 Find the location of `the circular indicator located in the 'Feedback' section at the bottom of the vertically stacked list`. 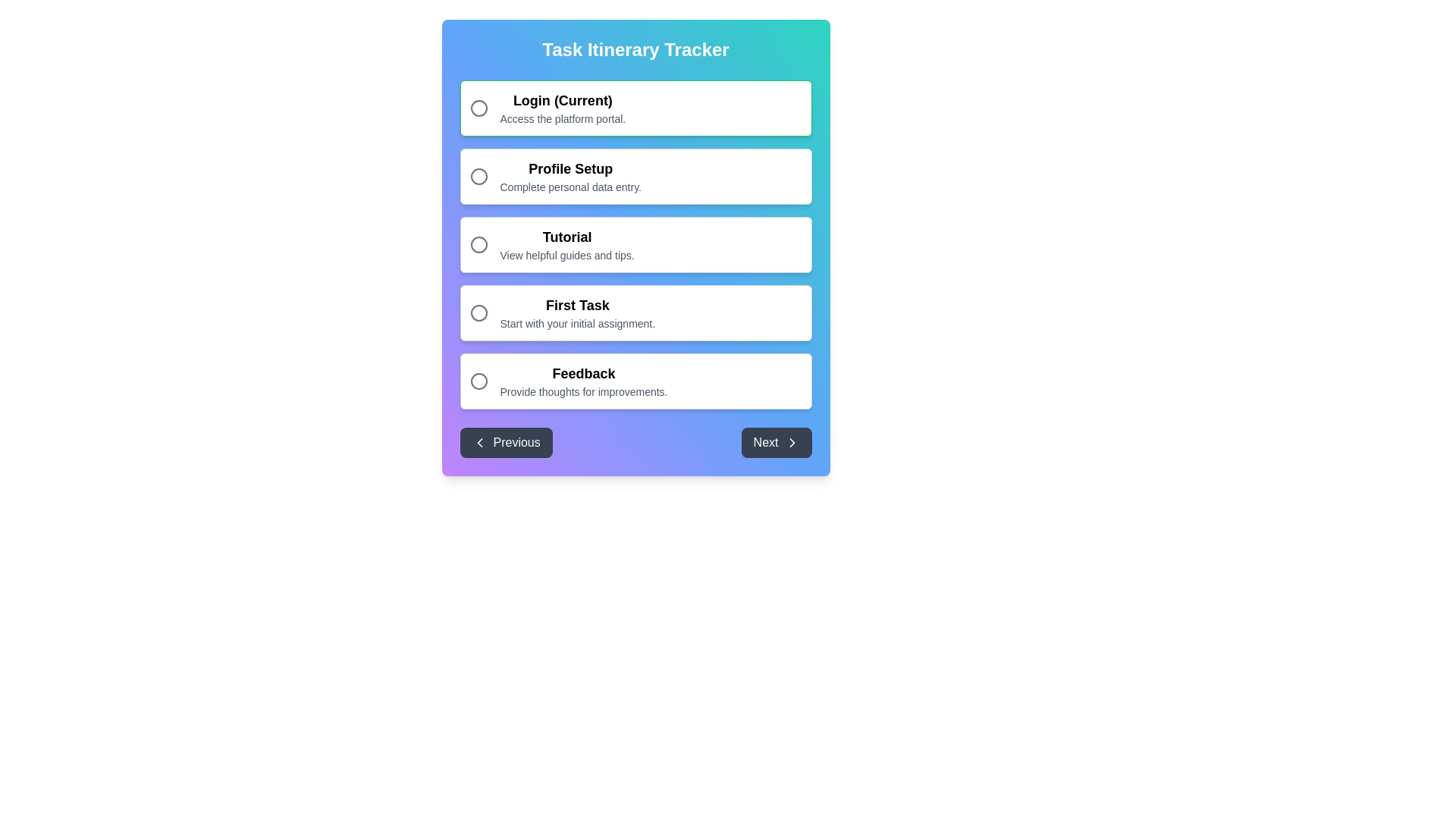

the circular indicator located in the 'Feedback' section at the bottom of the vertically stacked list is located at coordinates (478, 380).